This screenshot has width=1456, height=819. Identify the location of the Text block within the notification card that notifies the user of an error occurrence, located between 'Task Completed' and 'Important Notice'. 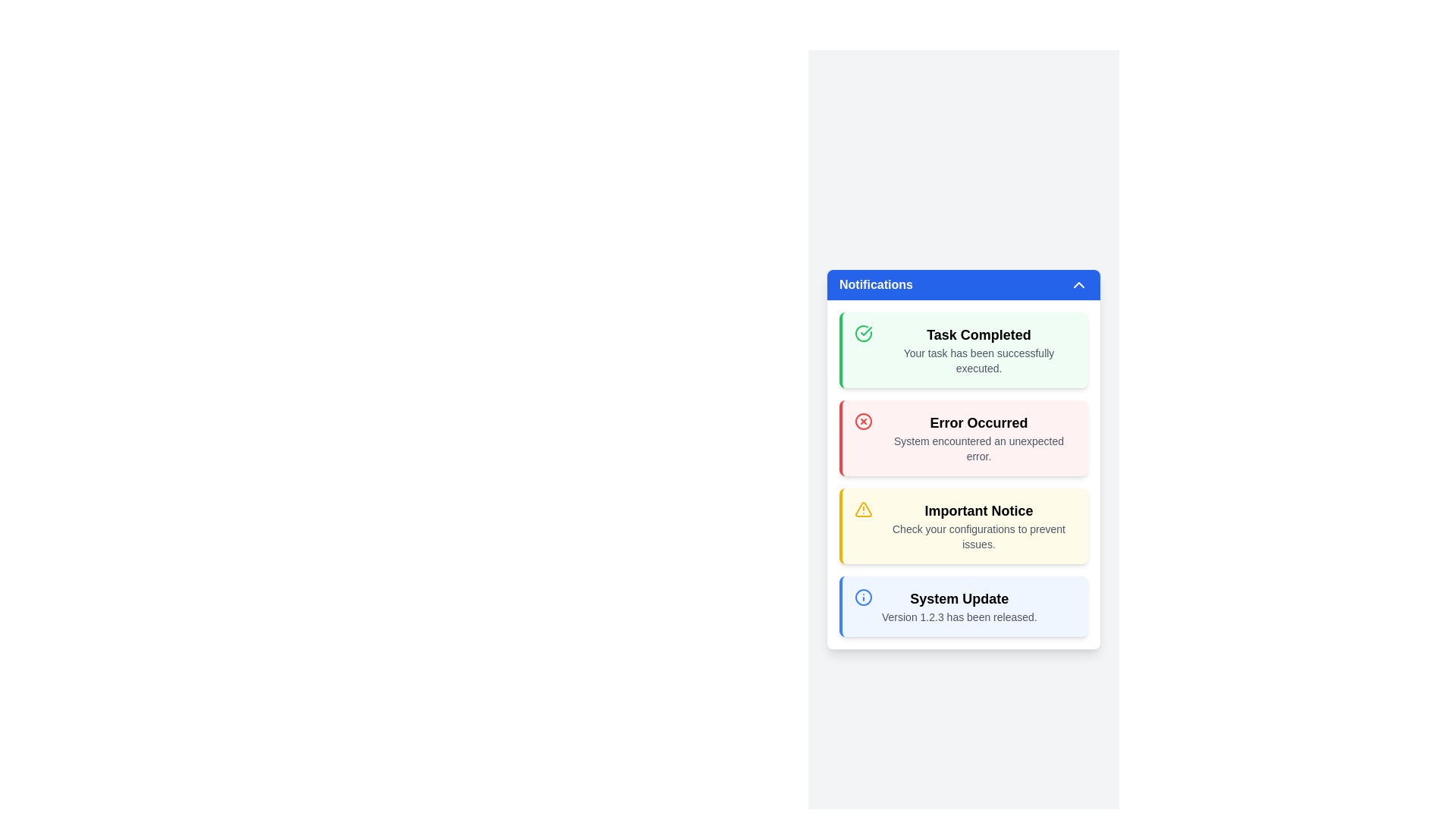
(979, 438).